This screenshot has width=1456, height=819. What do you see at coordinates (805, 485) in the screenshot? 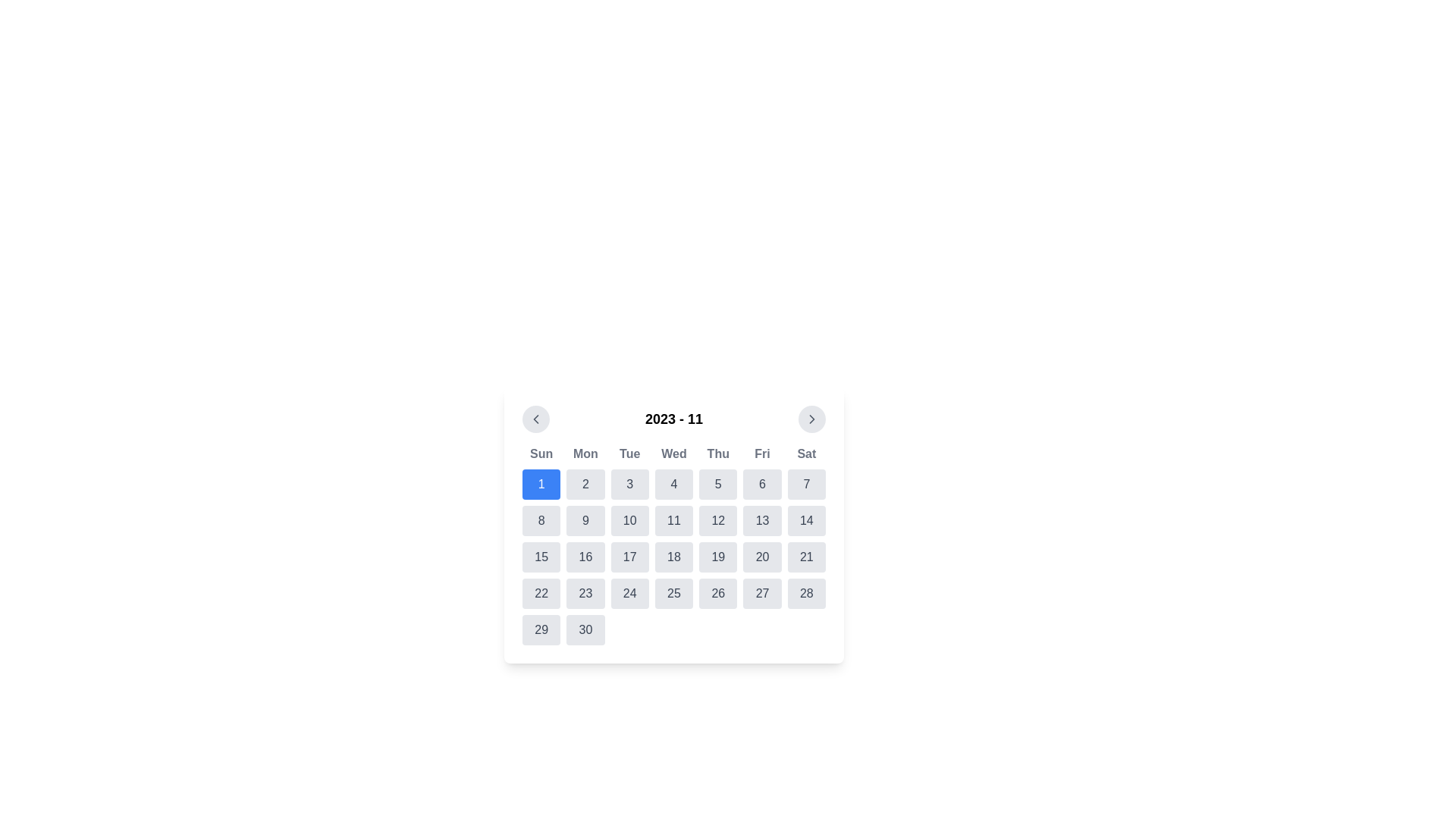
I see `the selectable day button for the 7th day of the currently displayed month in the date picker interface` at bounding box center [805, 485].